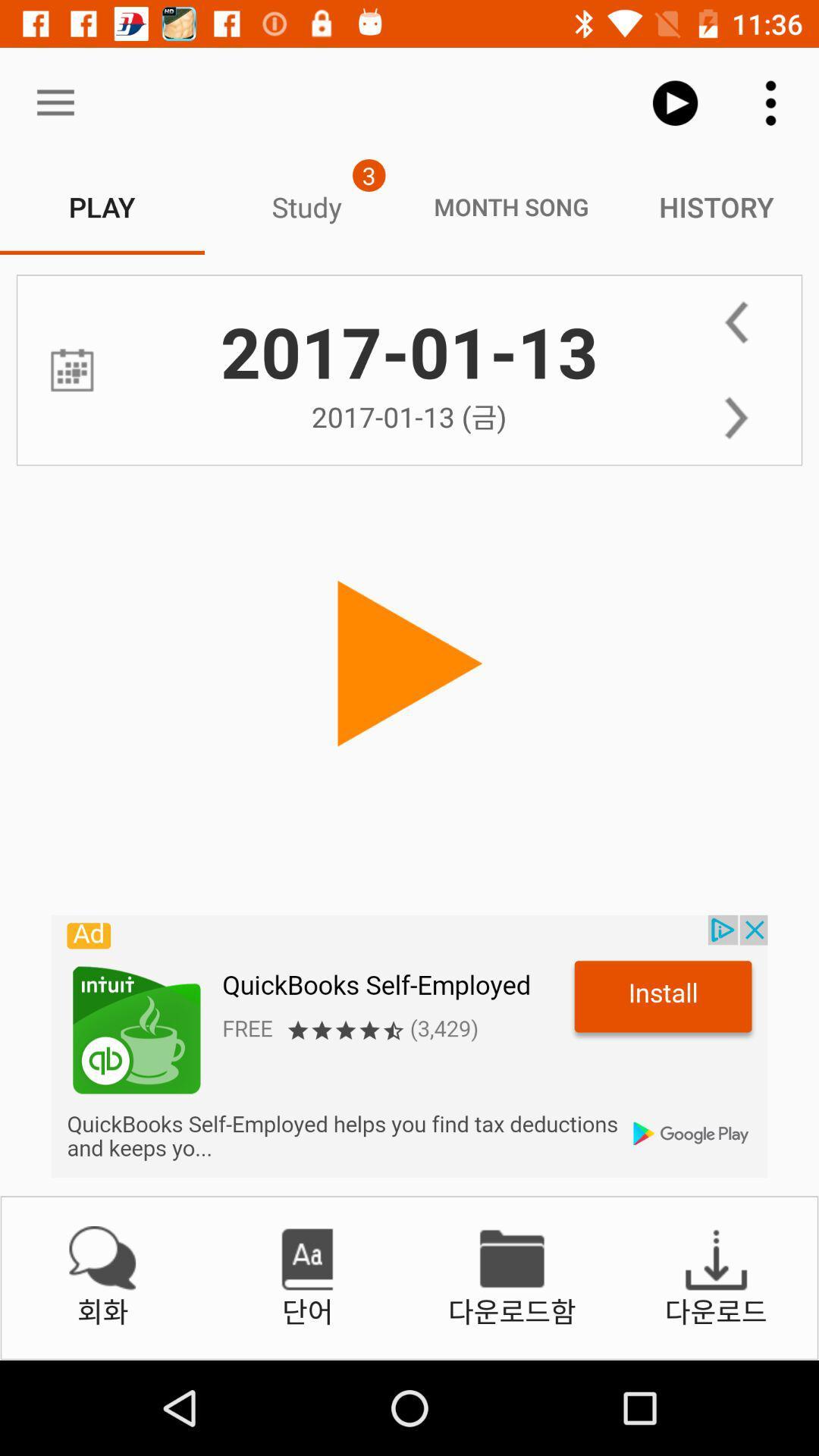  What do you see at coordinates (72, 370) in the screenshot?
I see `icon` at bounding box center [72, 370].